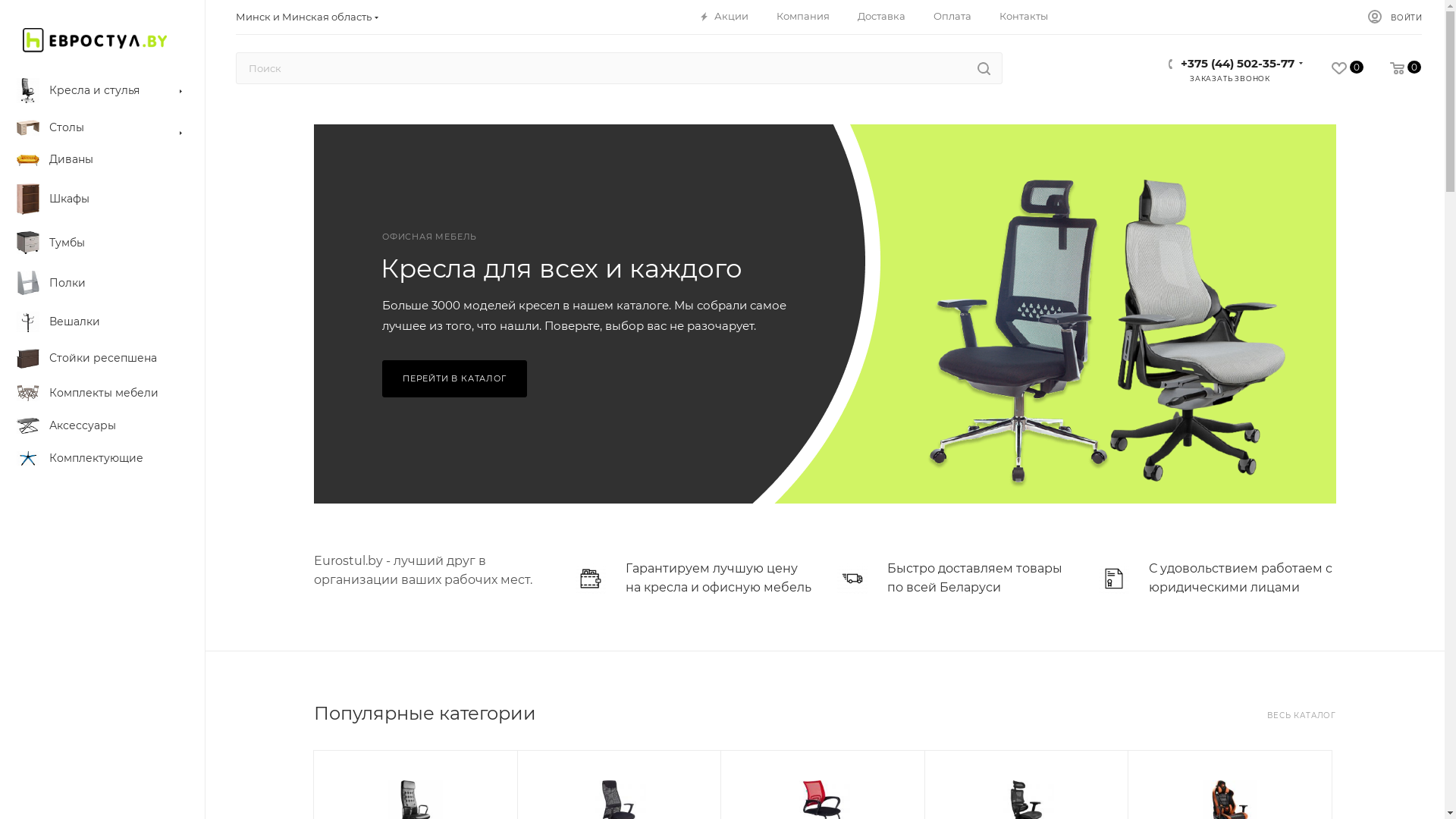 Image resolution: width=1456 pixels, height=819 pixels. What do you see at coordinates (1363, 68) in the screenshot?
I see `'0'` at bounding box center [1363, 68].